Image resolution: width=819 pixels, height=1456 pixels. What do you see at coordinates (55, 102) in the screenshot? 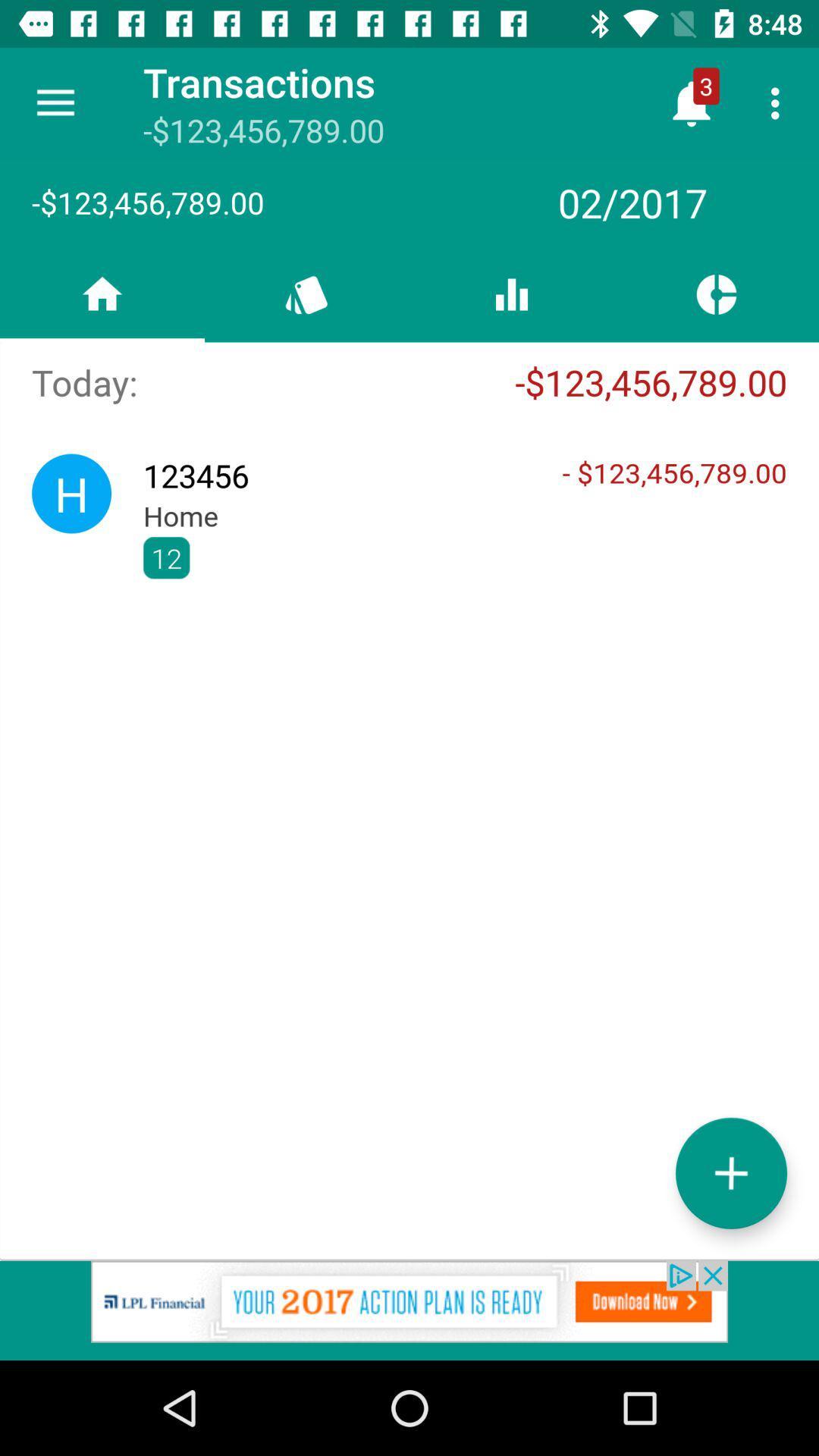
I see `the icon next to the transactions item` at bounding box center [55, 102].